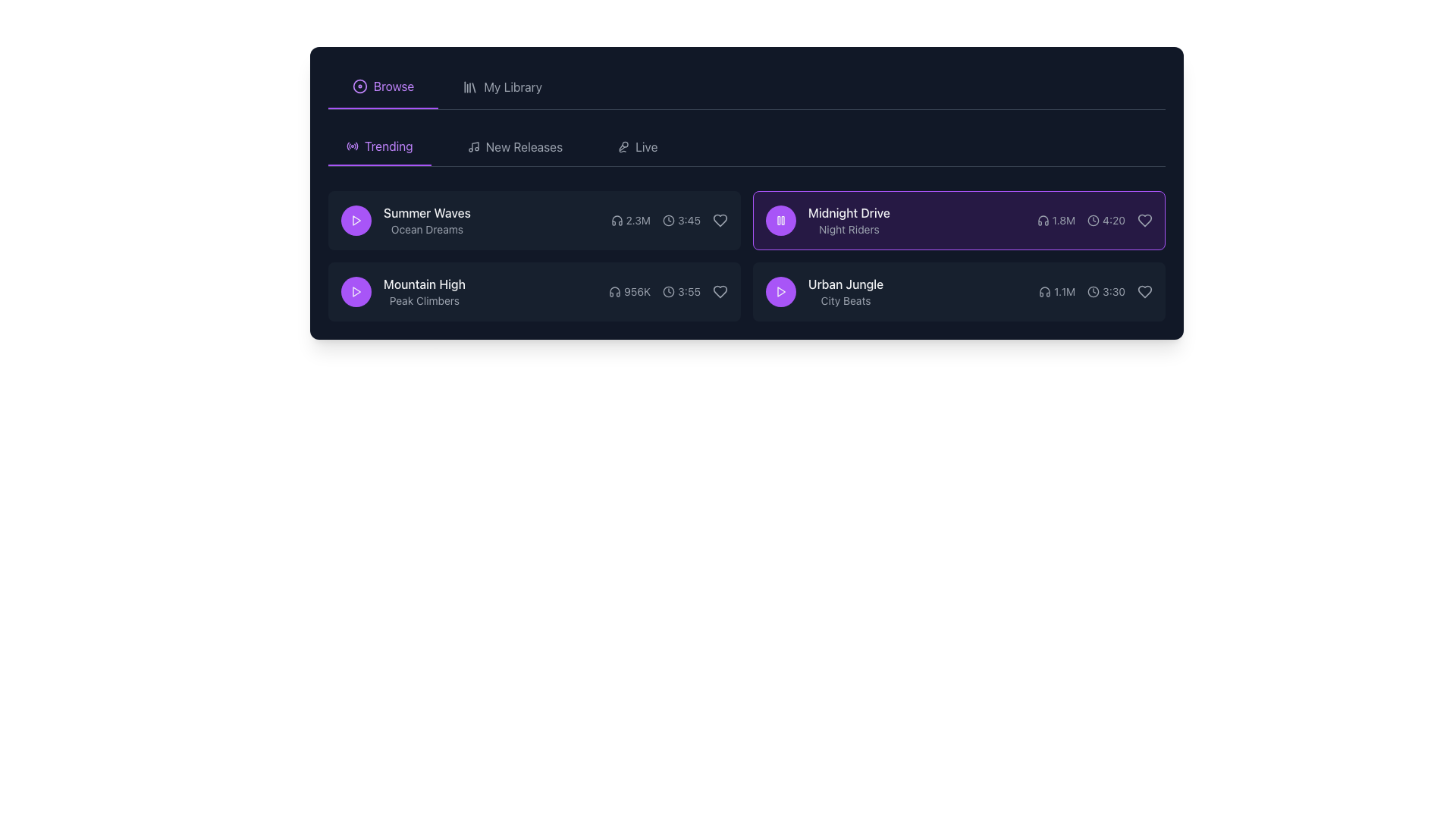 Image resolution: width=1456 pixels, height=819 pixels. What do you see at coordinates (720, 220) in the screenshot?
I see `the favorite button located` at bounding box center [720, 220].